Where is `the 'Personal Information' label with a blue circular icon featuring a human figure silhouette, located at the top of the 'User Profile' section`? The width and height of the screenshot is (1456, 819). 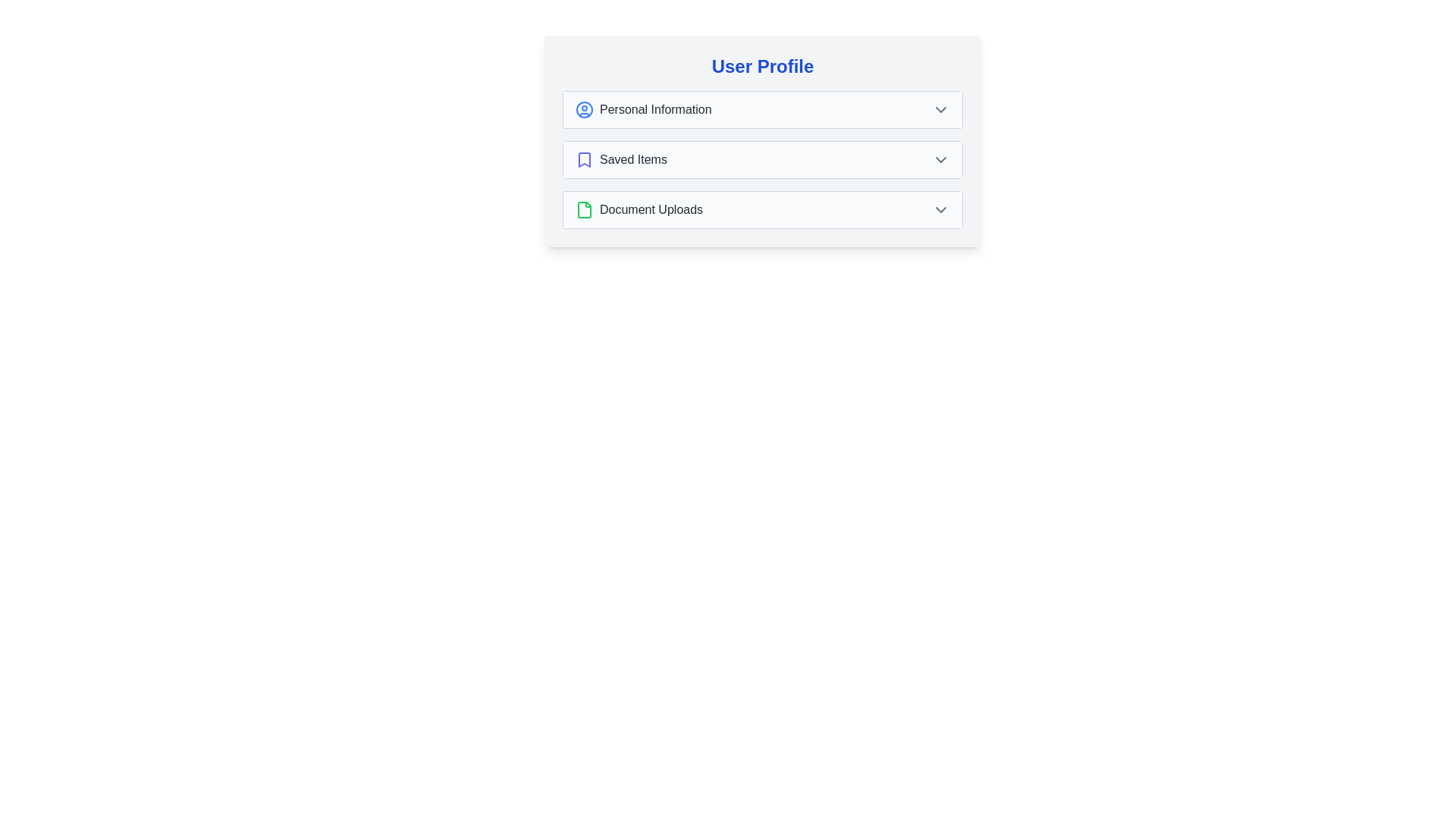
the 'Personal Information' label with a blue circular icon featuring a human figure silhouette, located at the top of the 'User Profile' section is located at coordinates (643, 109).